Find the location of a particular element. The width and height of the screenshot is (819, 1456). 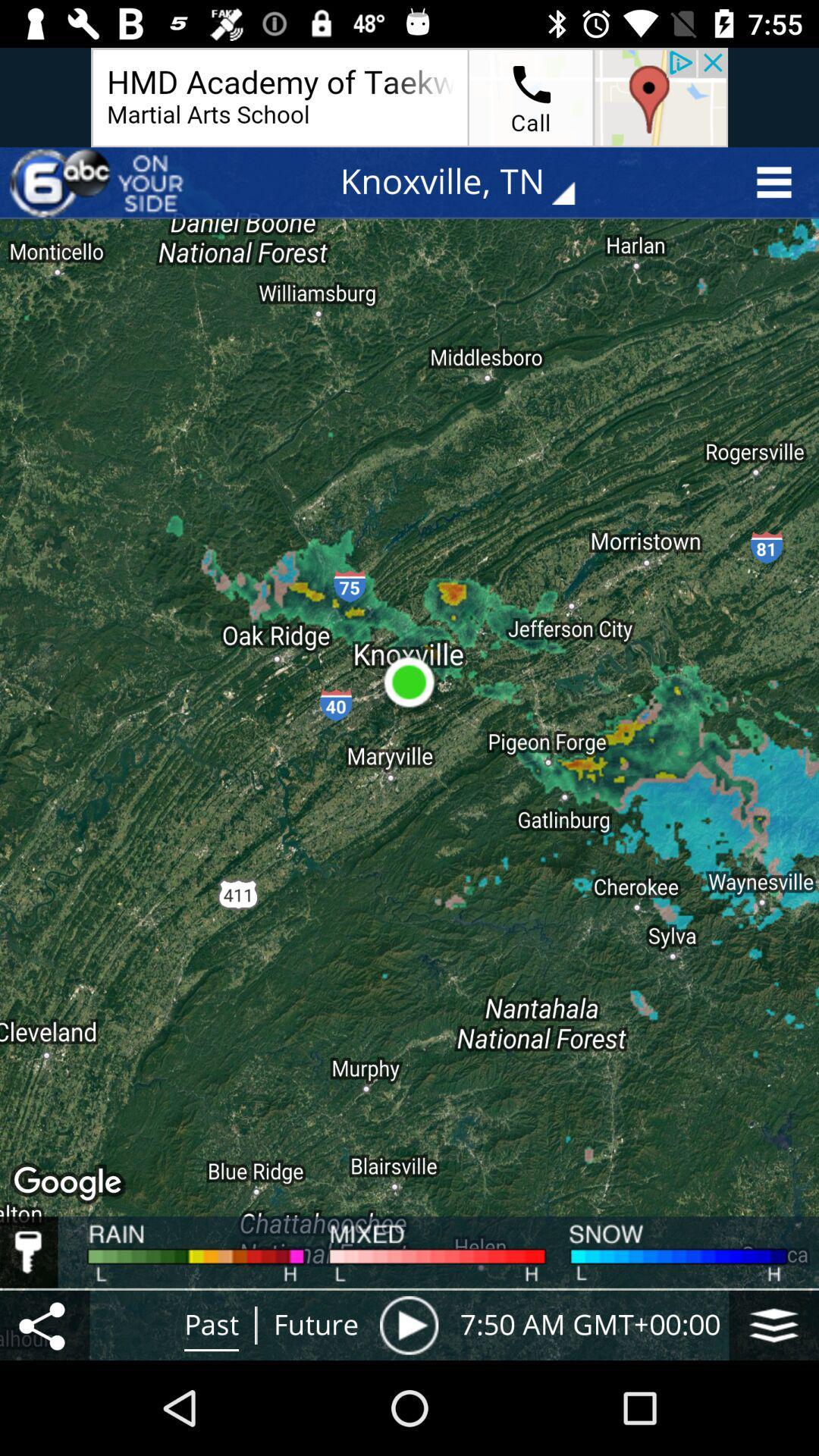

future is located at coordinates (315, 1324).